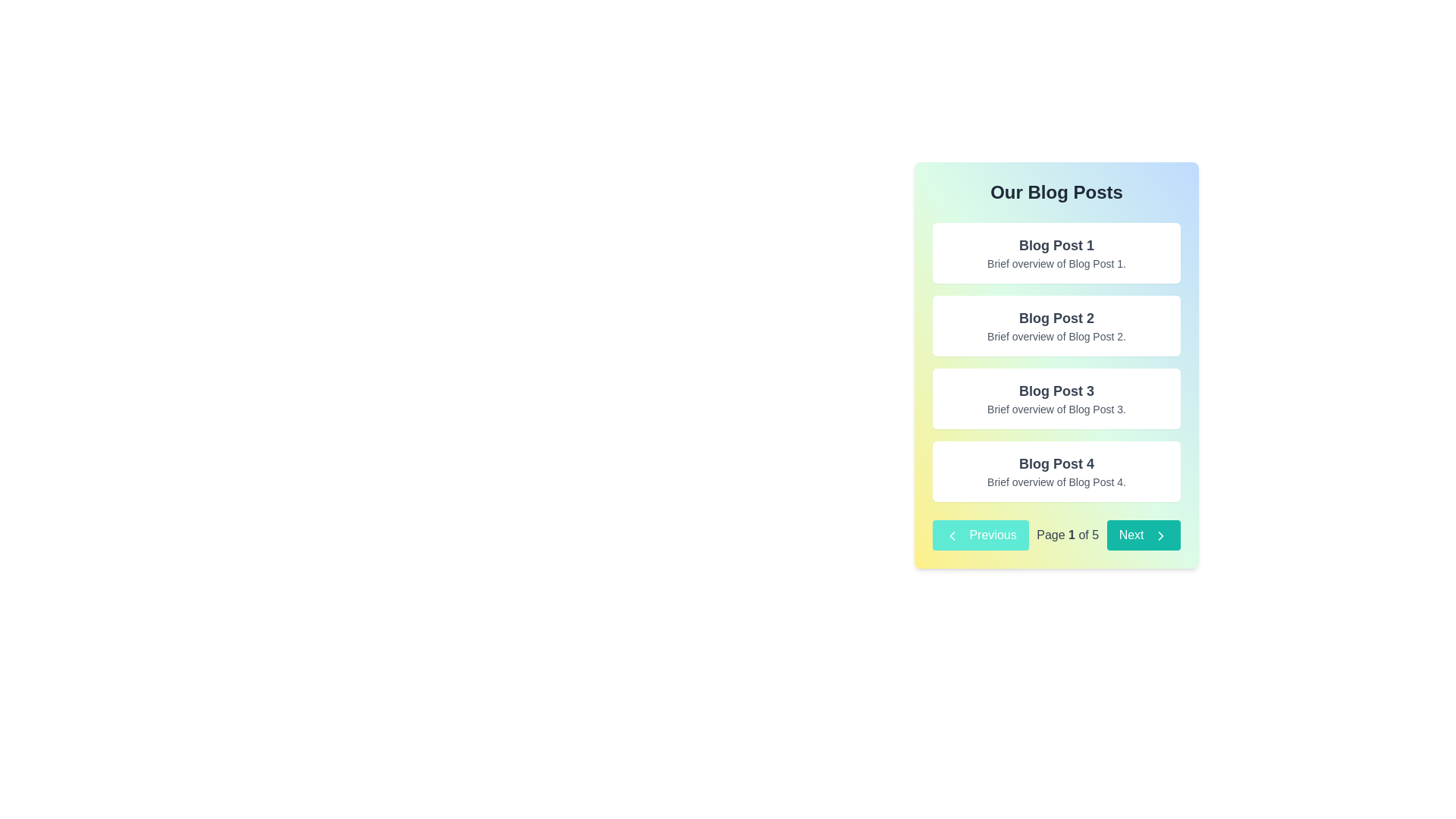 This screenshot has height=819, width=1456. What do you see at coordinates (1056, 262) in the screenshot?
I see `the second line of text in the first blog post entry, which provides a brief descriptive overview of the blog post titled 'Blog Post 1'` at bounding box center [1056, 262].